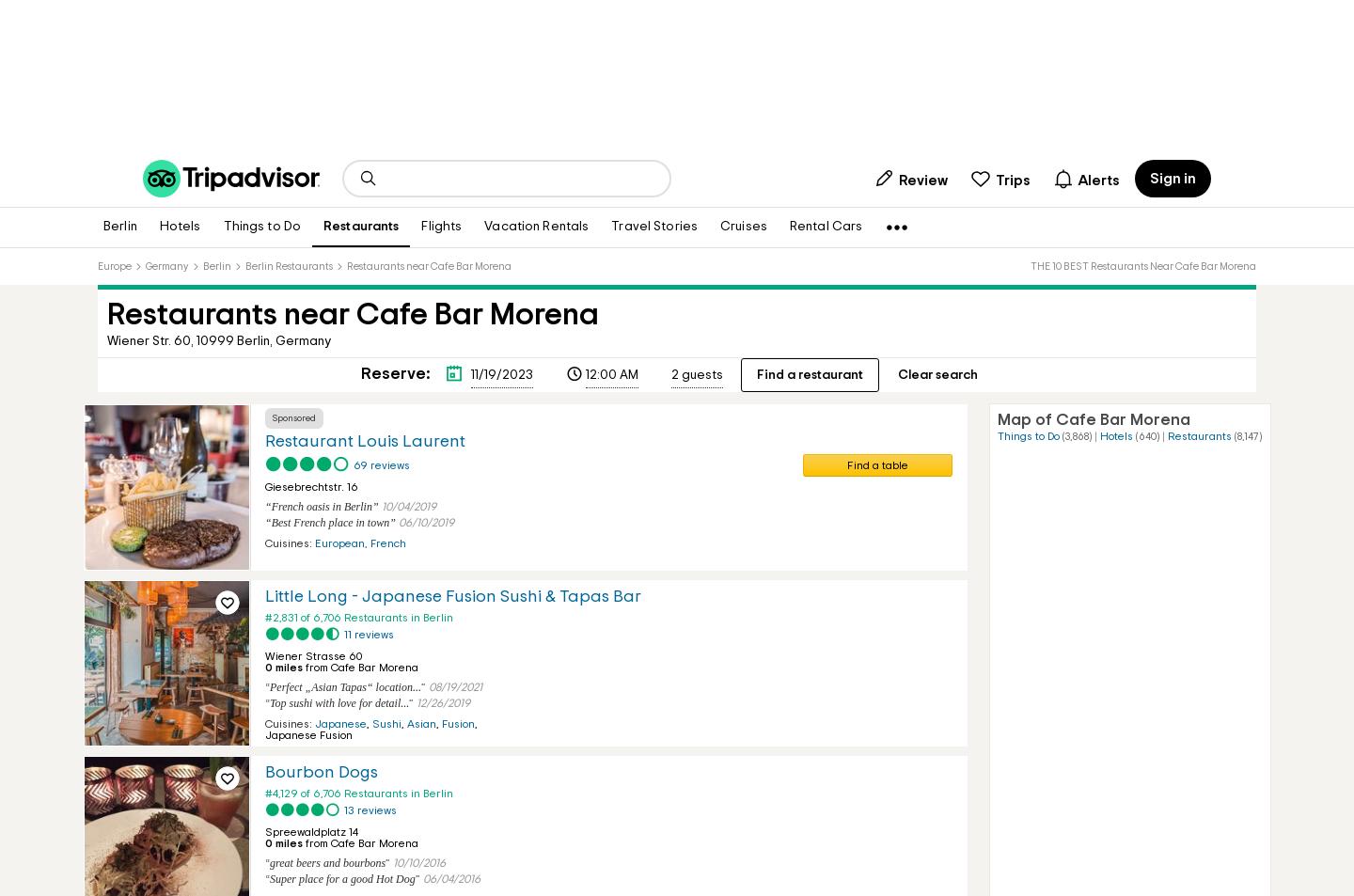  Describe the element at coordinates (314, 542) in the screenshot. I see `'European'` at that location.